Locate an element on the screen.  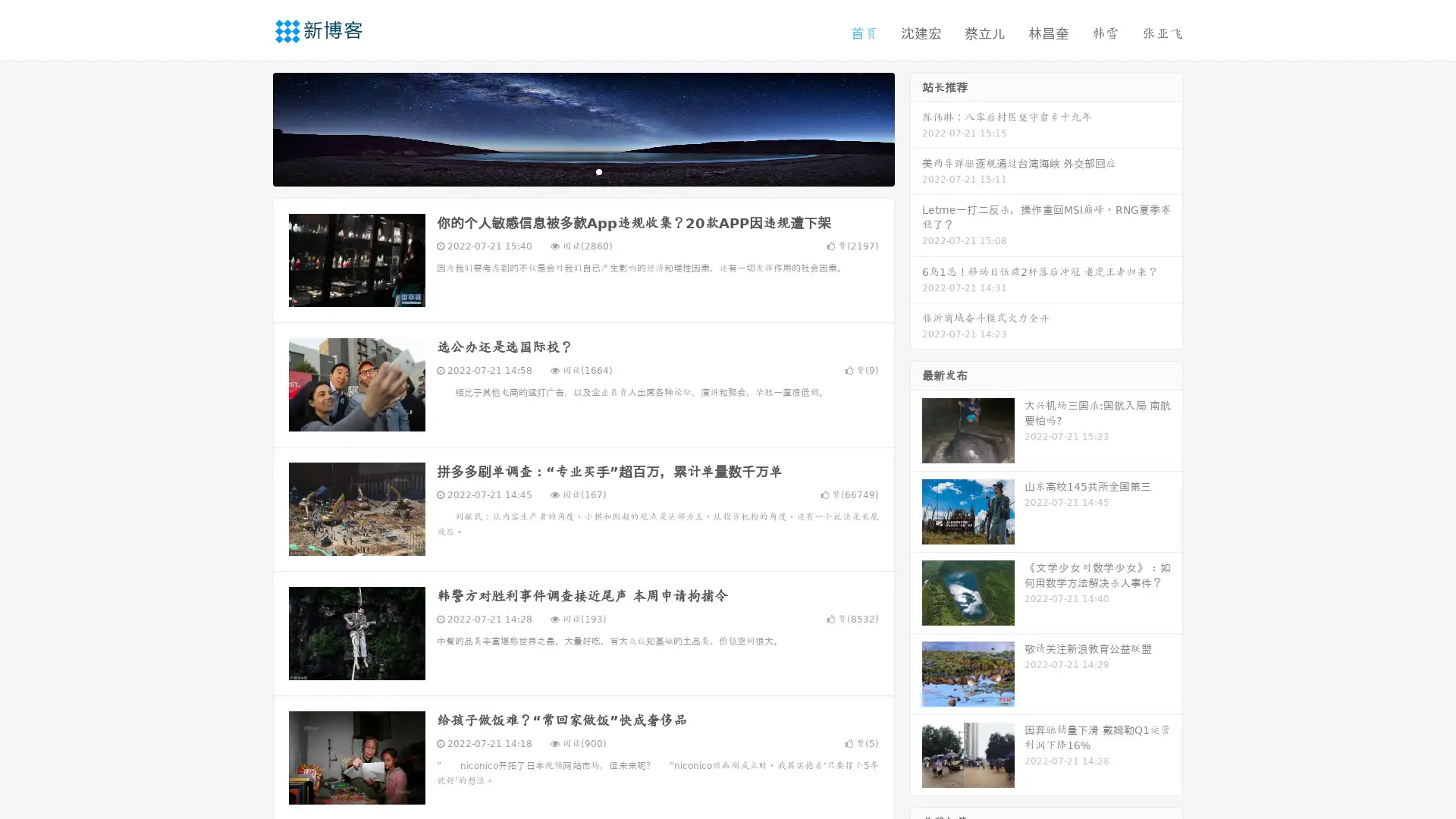
Previous slide is located at coordinates (250, 127).